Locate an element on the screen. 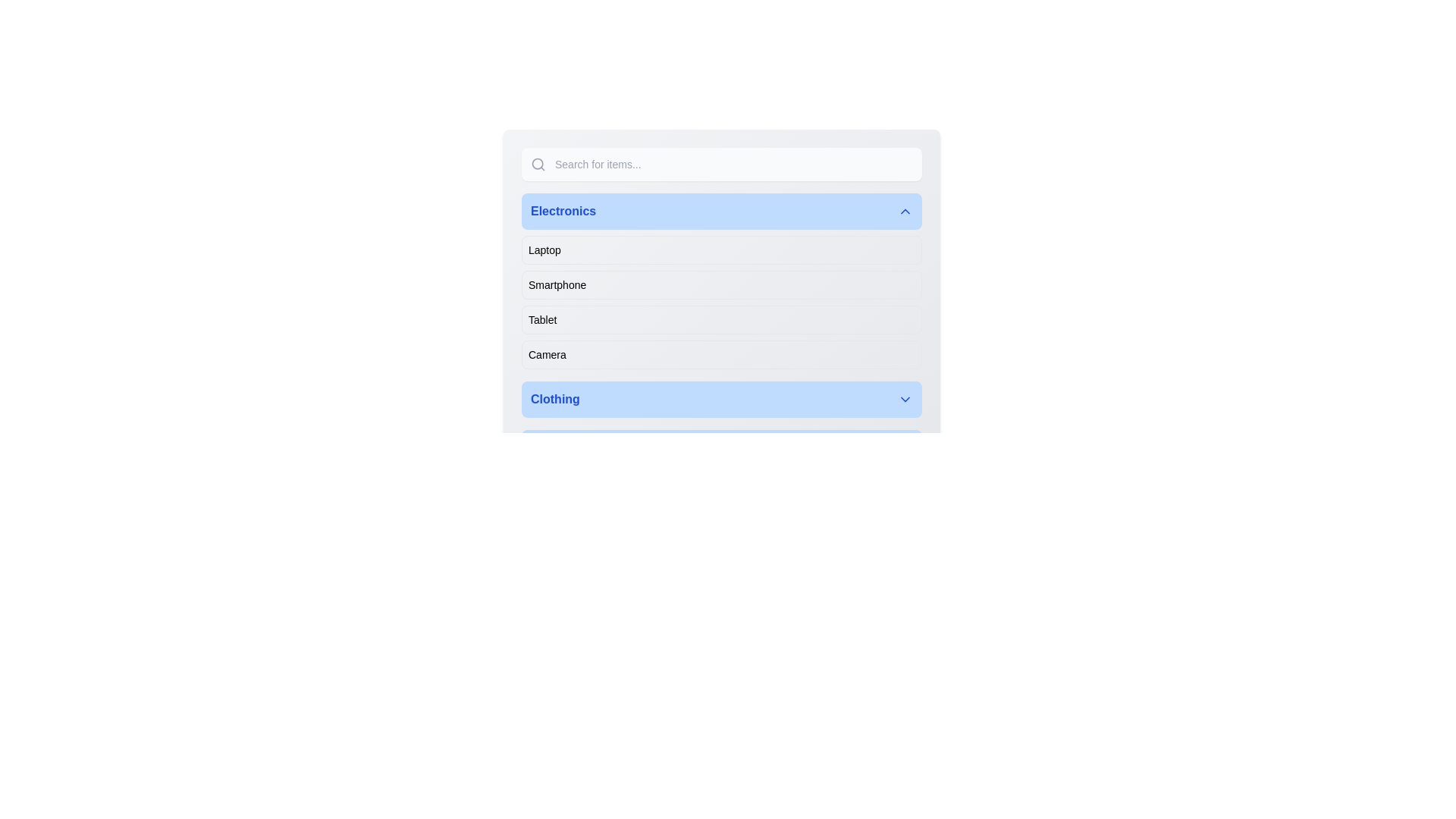 This screenshot has width=1456, height=819. the first list item labeled 'Laptop' in the 'Electronics' section is located at coordinates (544, 249).